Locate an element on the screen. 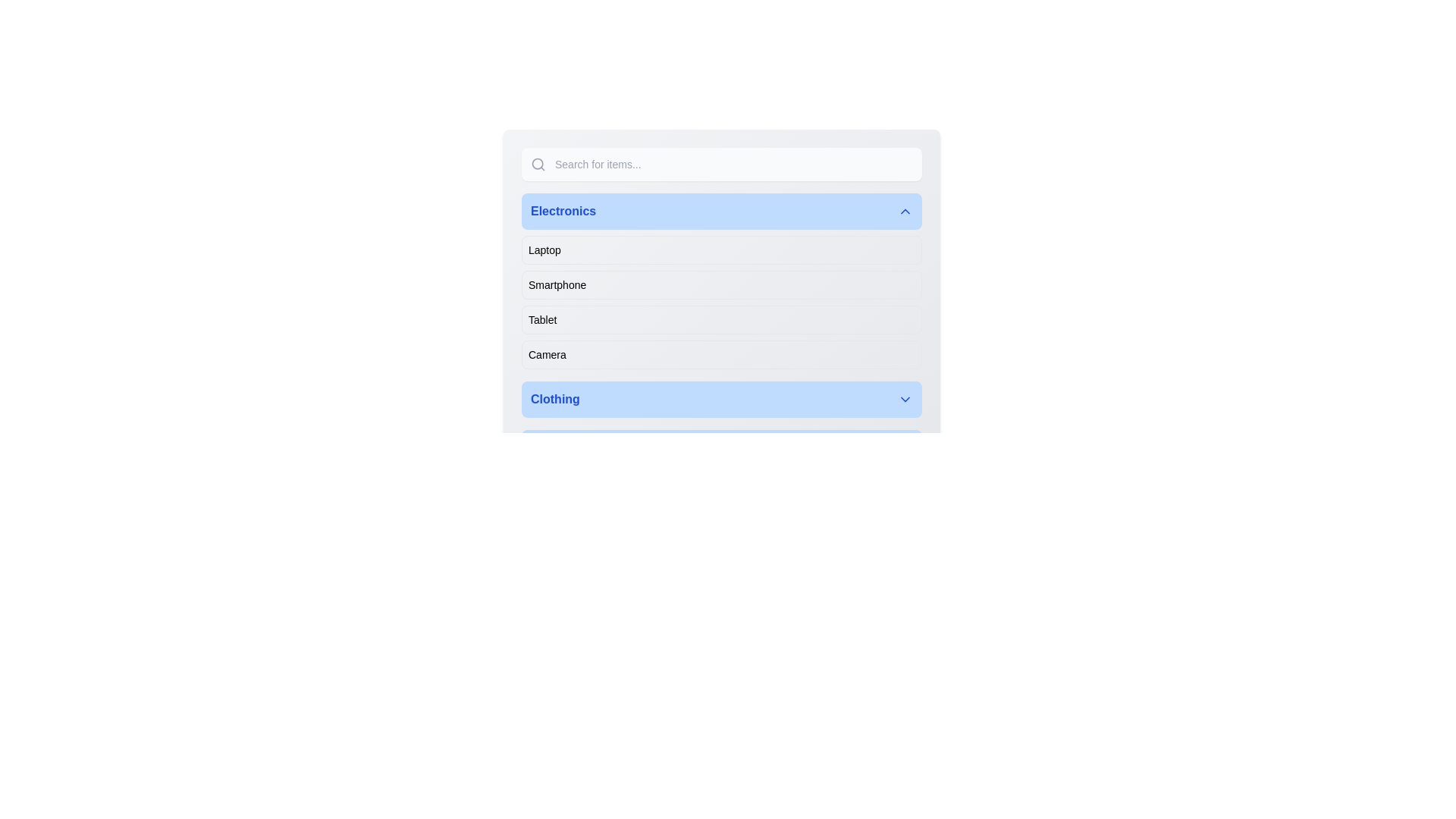 This screenshot has width=1456, height=819. the first list item labeled 'Laptop' in the 'Electronics' section is located at coordinates (544, 249).